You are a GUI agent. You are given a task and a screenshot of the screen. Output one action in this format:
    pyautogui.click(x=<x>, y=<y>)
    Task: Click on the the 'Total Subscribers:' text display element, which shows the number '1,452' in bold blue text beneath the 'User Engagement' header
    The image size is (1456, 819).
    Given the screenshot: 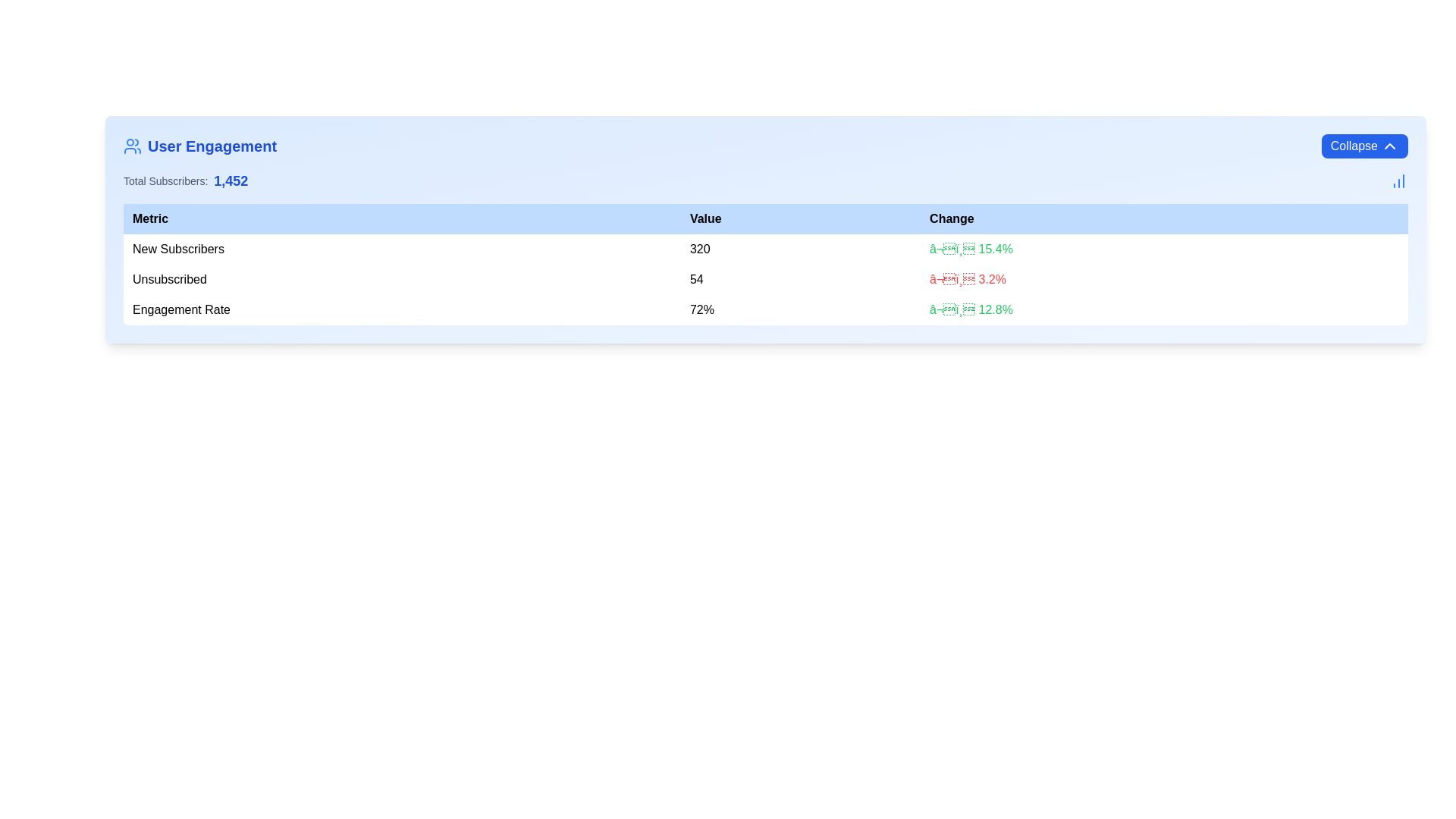 What is the action you would take?
    pyautogui.click(x=185, y=180)
    